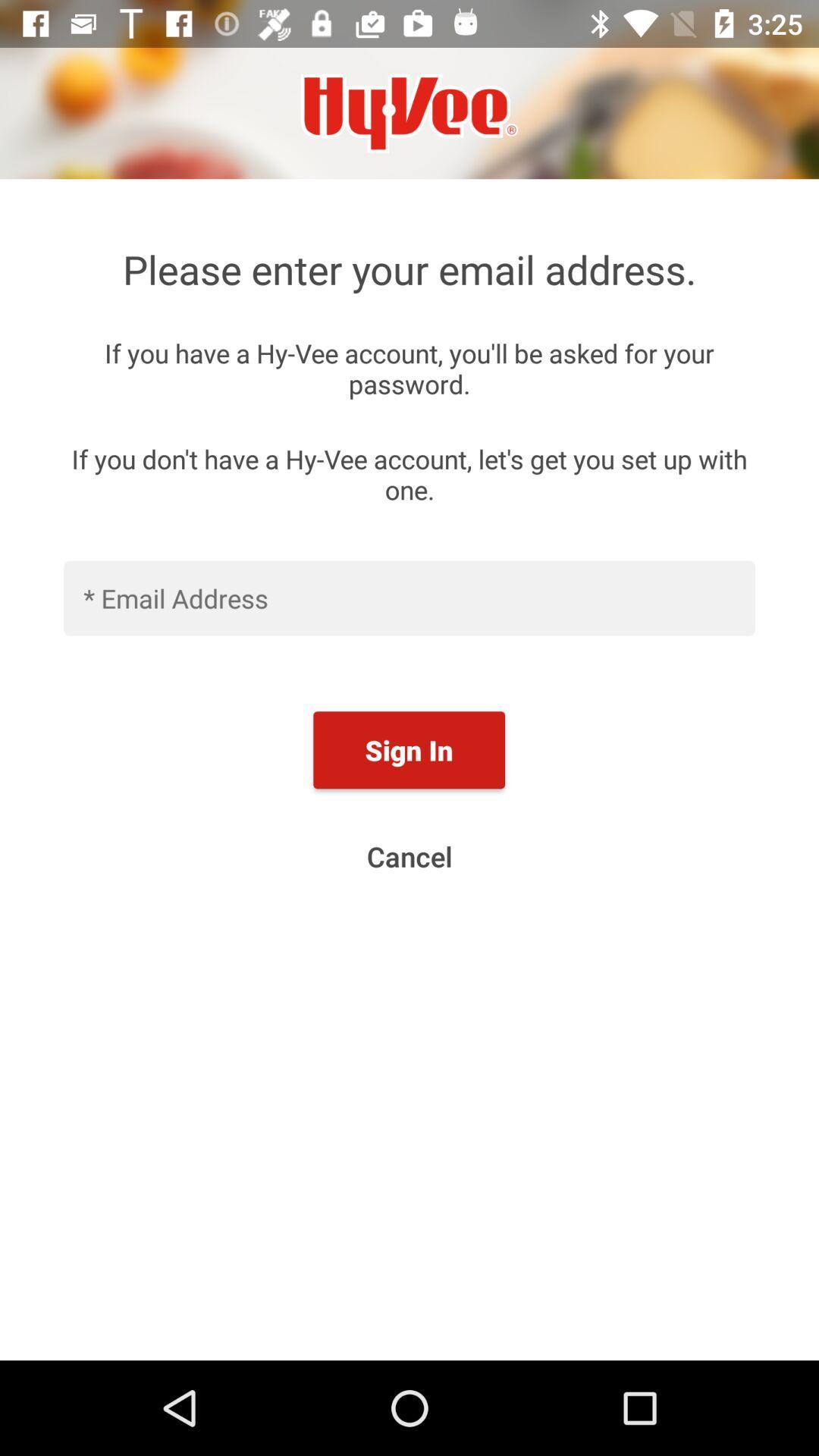 This screenshot has width=819, height=1456. Describe the element at coordinates (409, 597) in the screenshot. I see `icon above the sign in item` at that location.